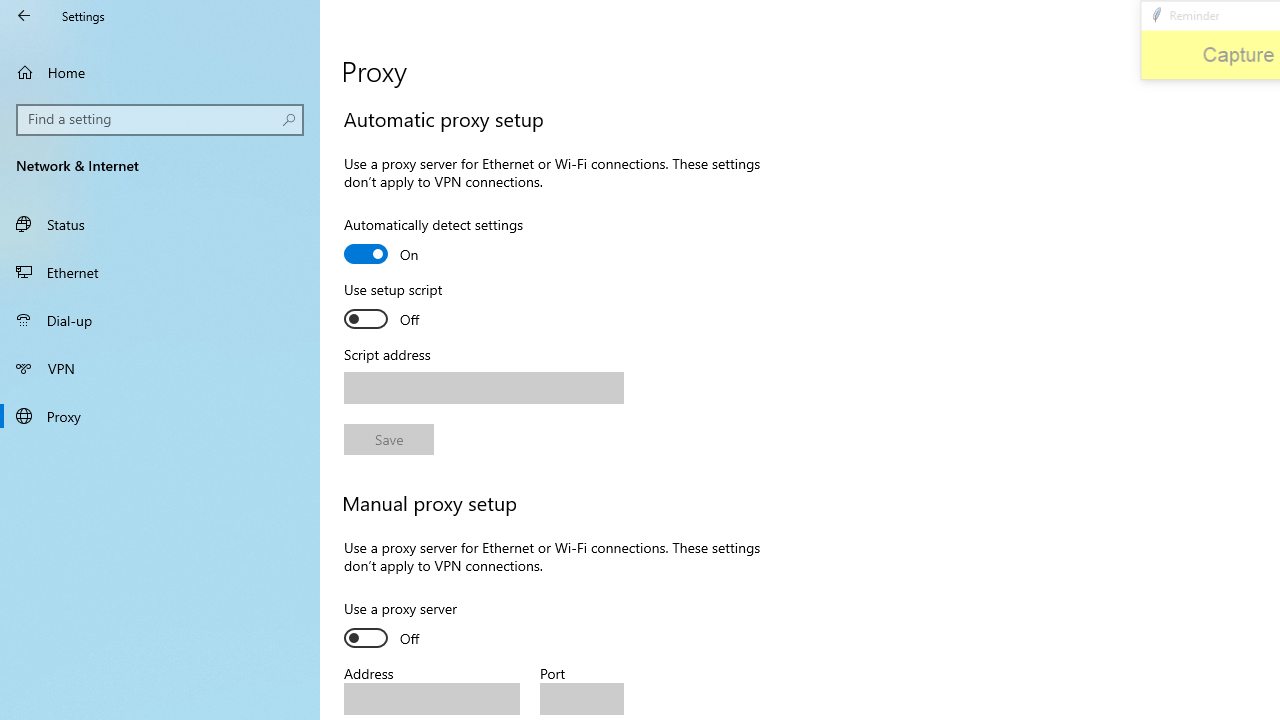 Image resolution: width=1280 pixels, height=720 pixels. What do you see at coordinates (431, 698) in the screenshot?
I see `'Address'` at bounding box center [431, 698].